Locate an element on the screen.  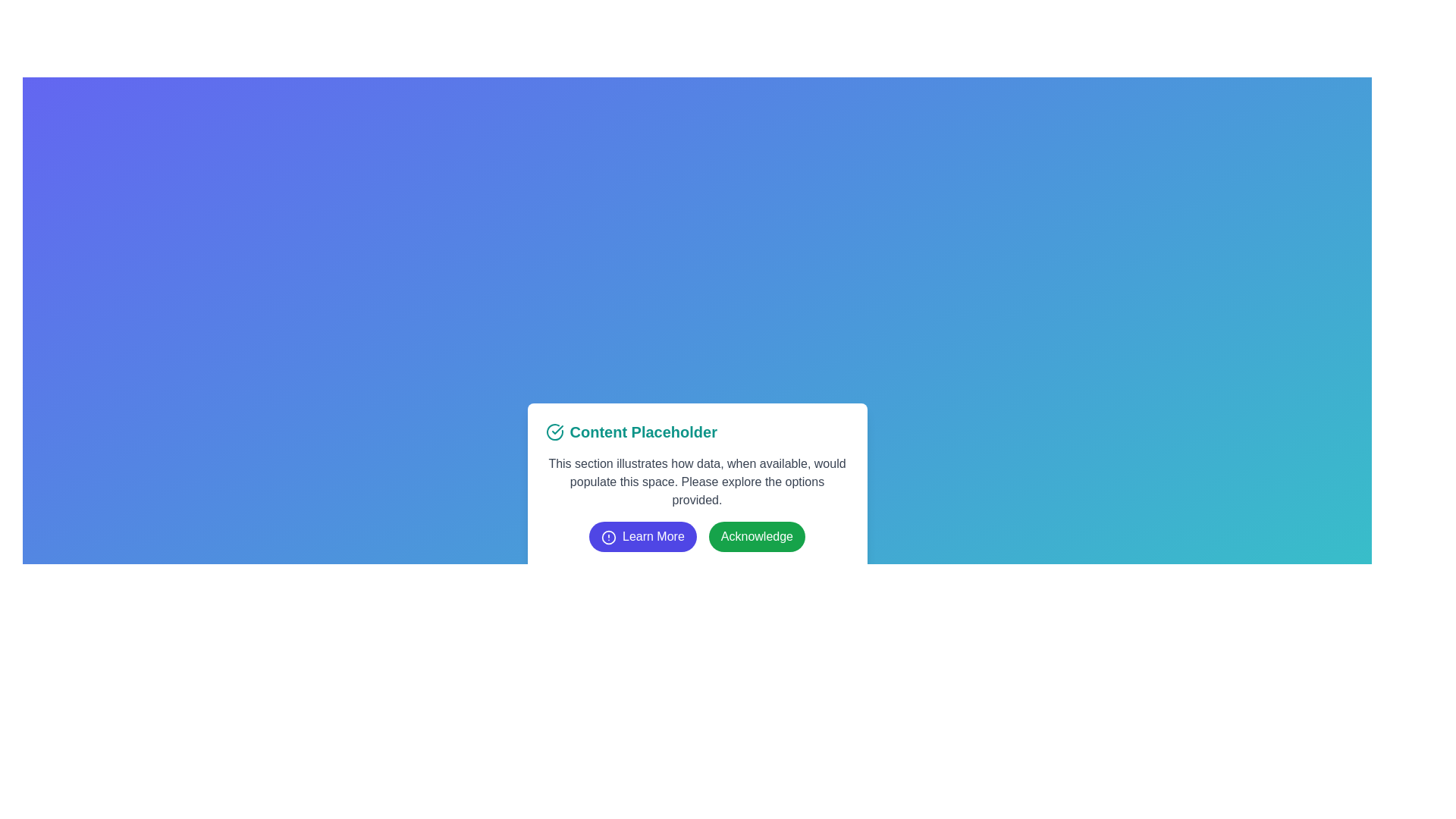
the SVG circle element that represents the main circular outline of an alert icon, which has no fill and a stroke color matching the theme's text color is located at coordinates (608, 536).